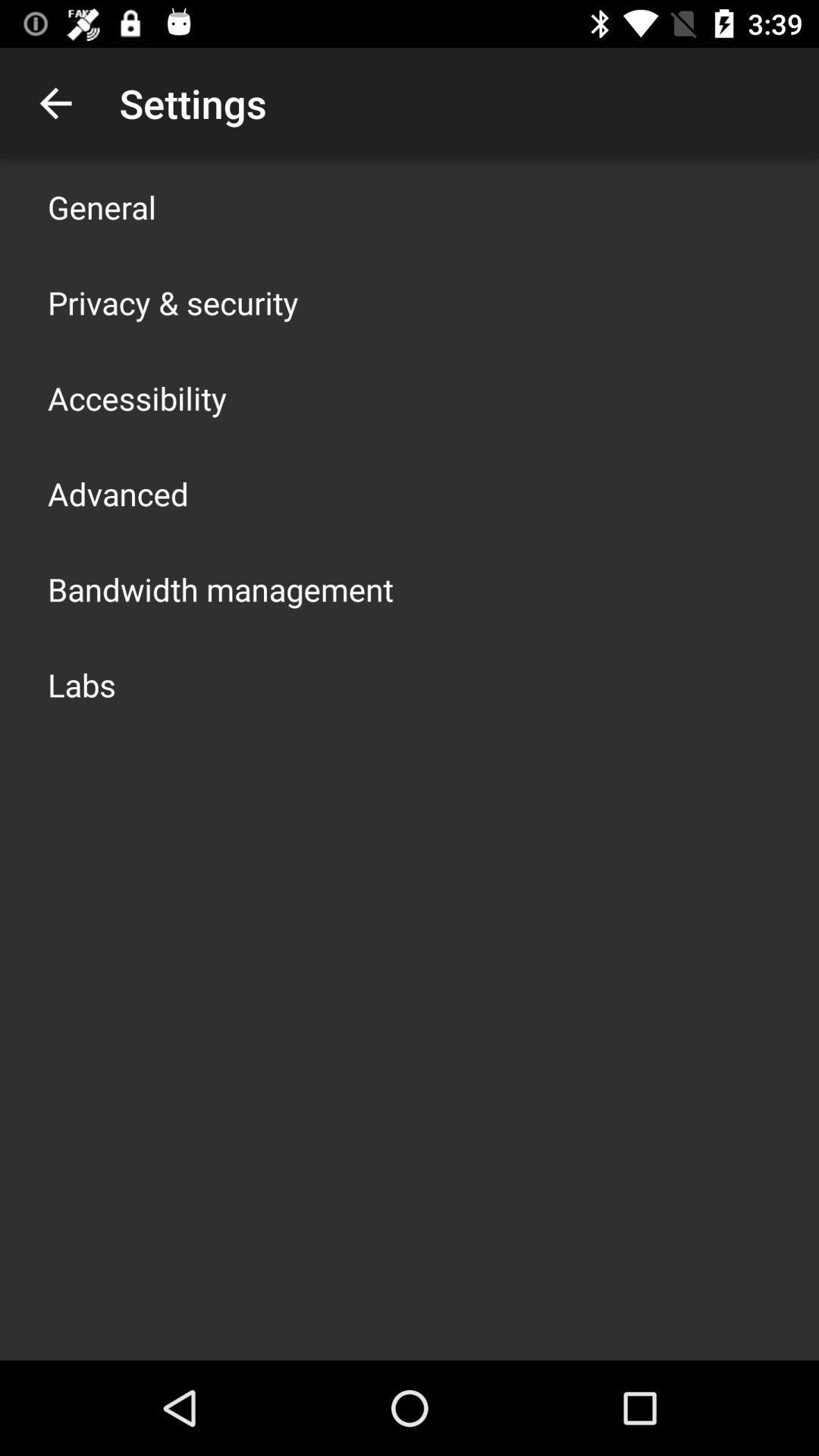 This screenshot has width=819, height=1456. What do you see at coordinates (82, 683) in the screenshot?
I see `labs item` at bounding box center [82, 683].